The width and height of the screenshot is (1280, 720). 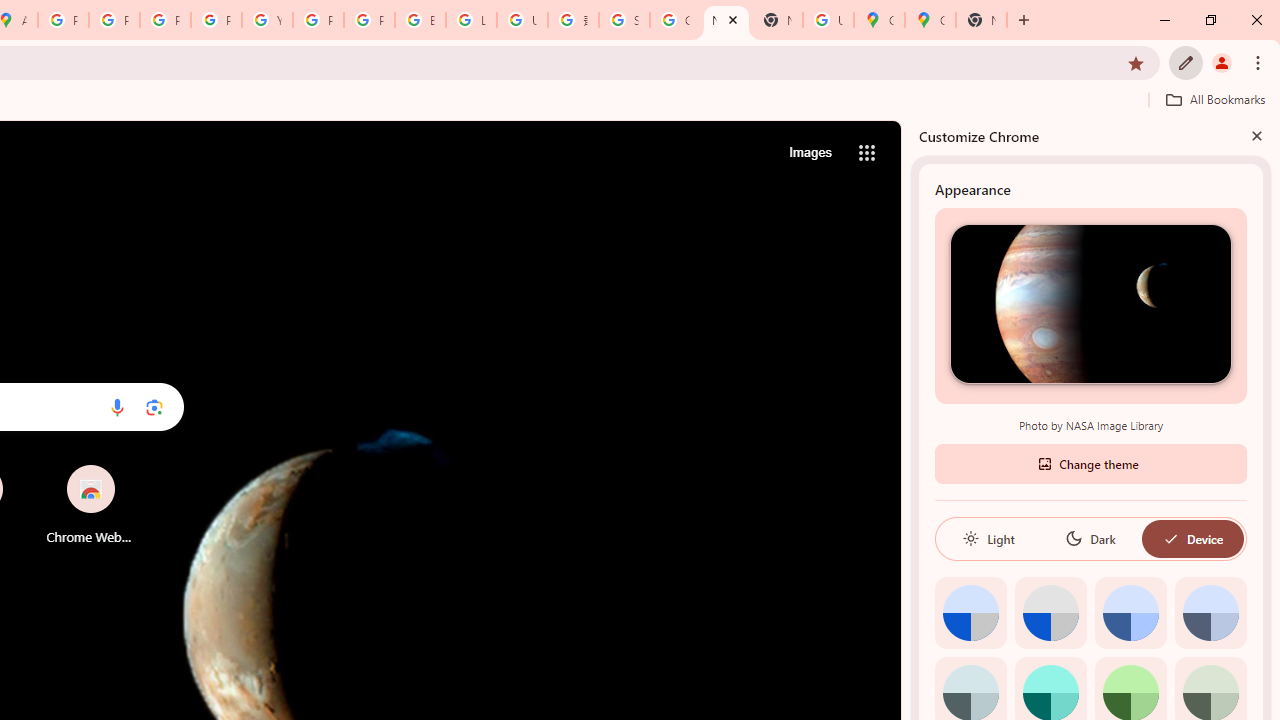 What do you see at coordinates (970, 611) in the screenshot?
I see `'Default color'` at bounding box center [970, 611].